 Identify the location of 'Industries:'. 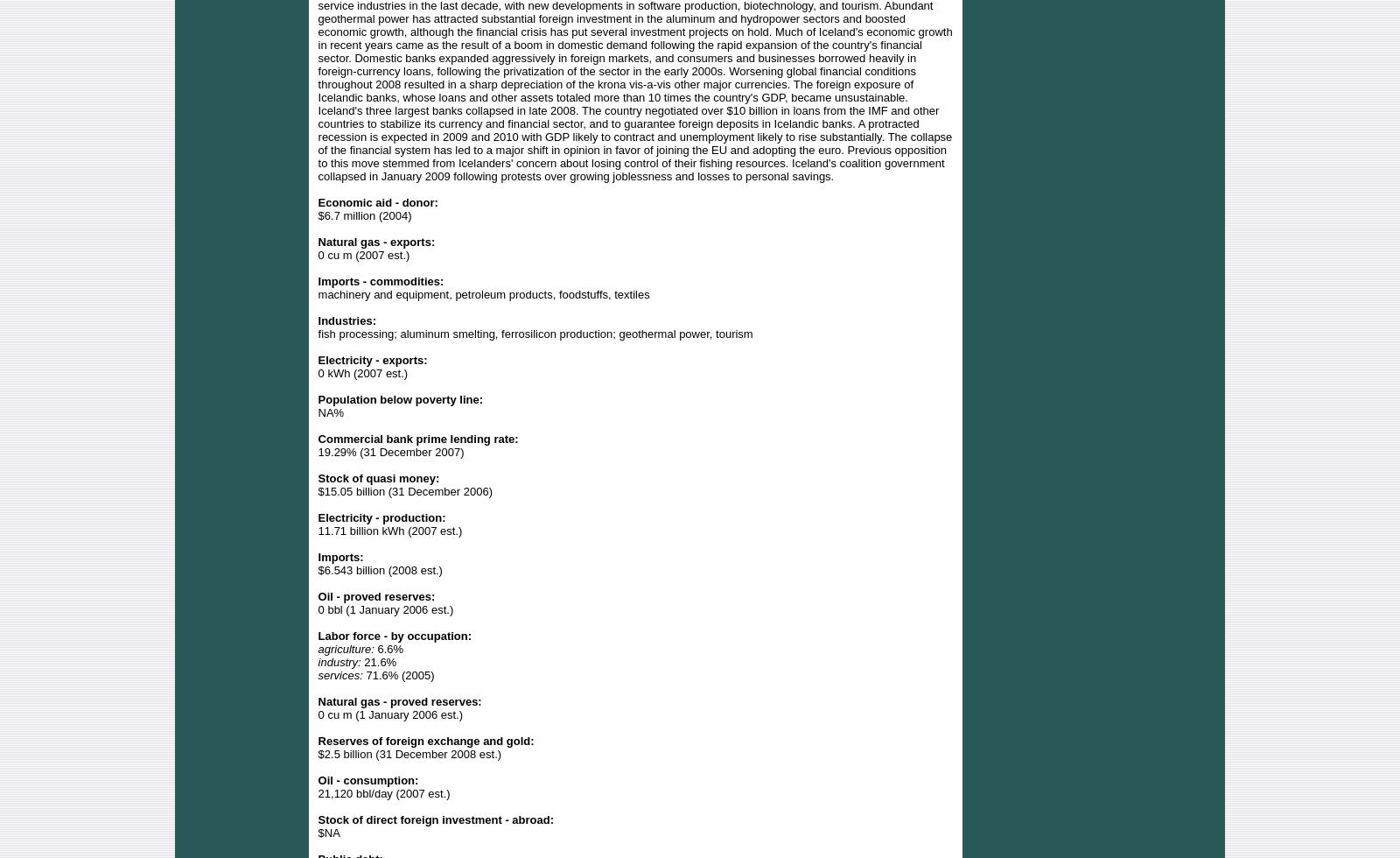
(346, 320).